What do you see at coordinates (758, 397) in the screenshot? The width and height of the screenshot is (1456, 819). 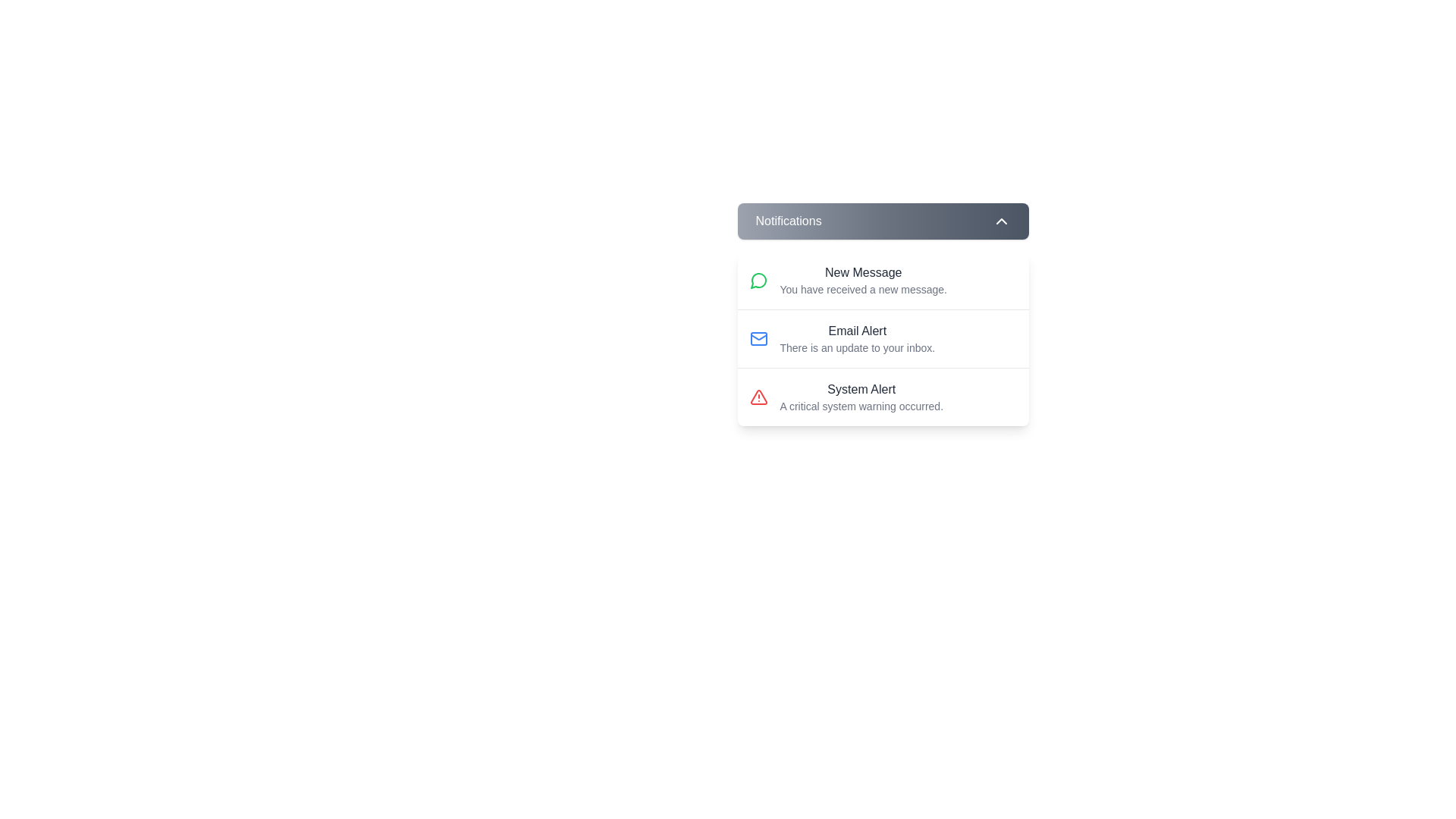 I see `the warning icon in the 'System Alert' dropdown menu, which indicates a critical issue` at bounding box center [758, 397].